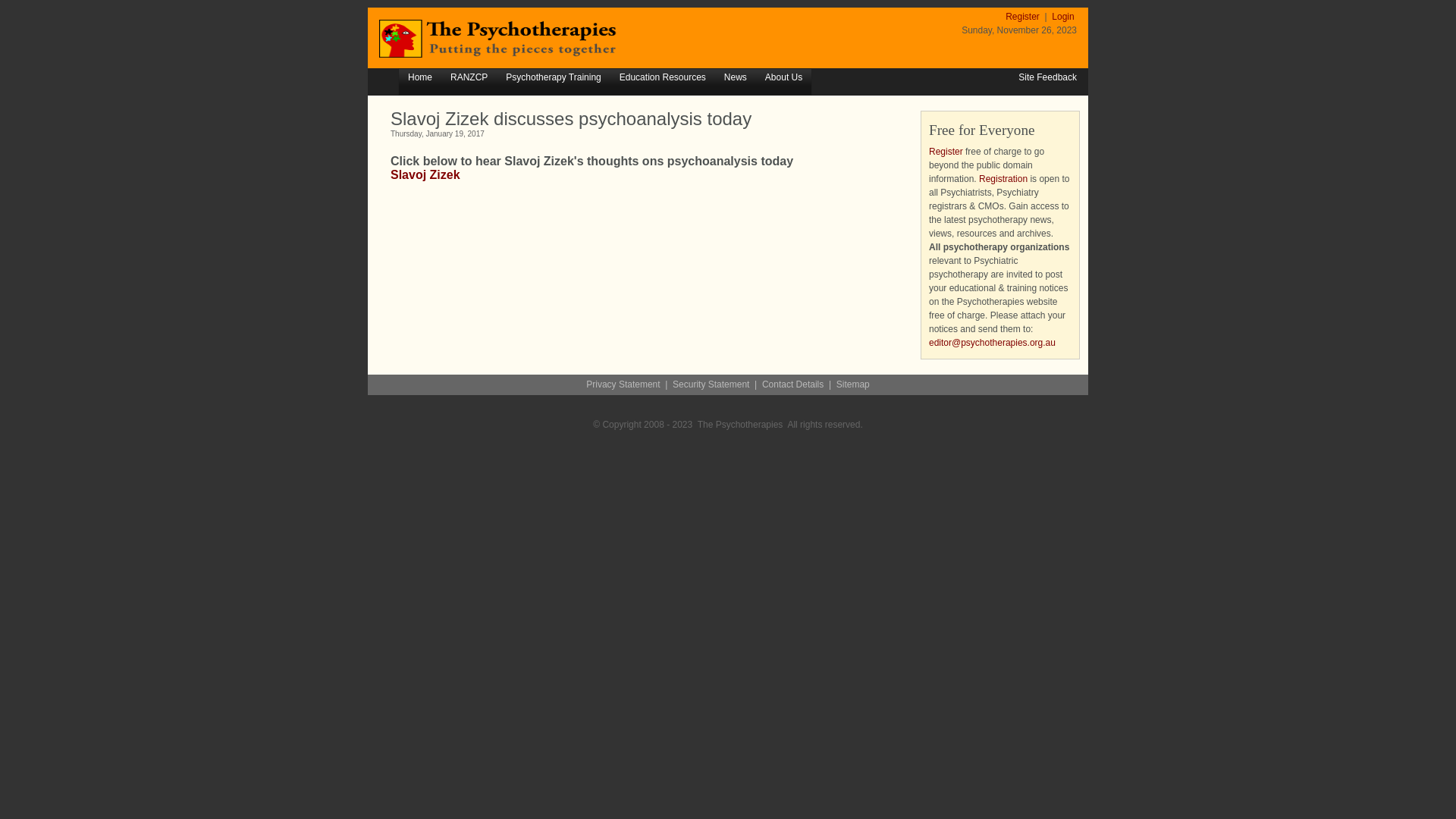  Describe the element at coordinates (419, 78) in the screenshot. I see `'Home'` at that location.